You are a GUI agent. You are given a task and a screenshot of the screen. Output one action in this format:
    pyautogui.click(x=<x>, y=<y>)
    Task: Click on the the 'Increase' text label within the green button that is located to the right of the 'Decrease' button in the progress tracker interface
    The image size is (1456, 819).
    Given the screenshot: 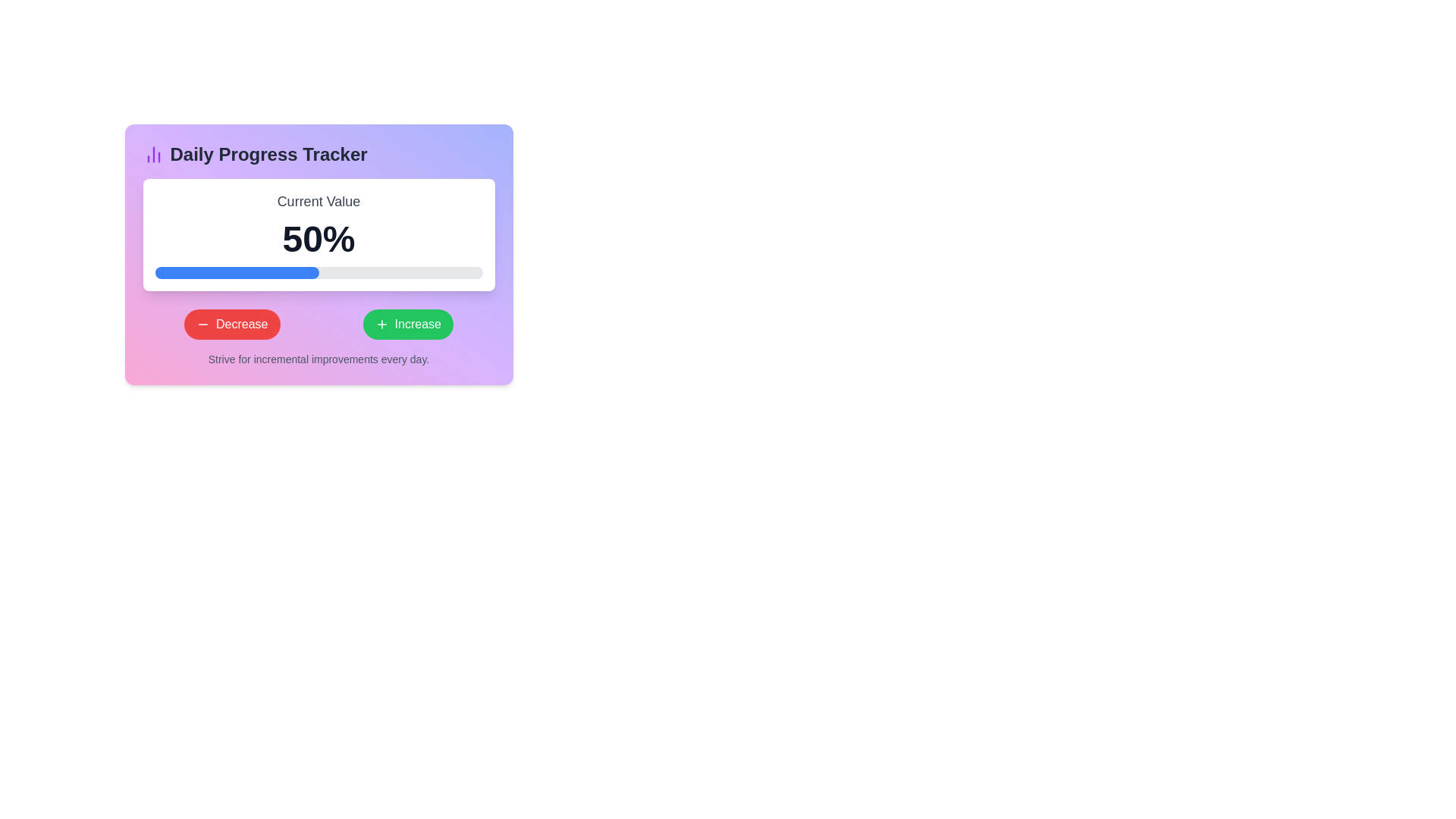 What is the action you would take?
    pyautogui.click(x=418, y=324)
    